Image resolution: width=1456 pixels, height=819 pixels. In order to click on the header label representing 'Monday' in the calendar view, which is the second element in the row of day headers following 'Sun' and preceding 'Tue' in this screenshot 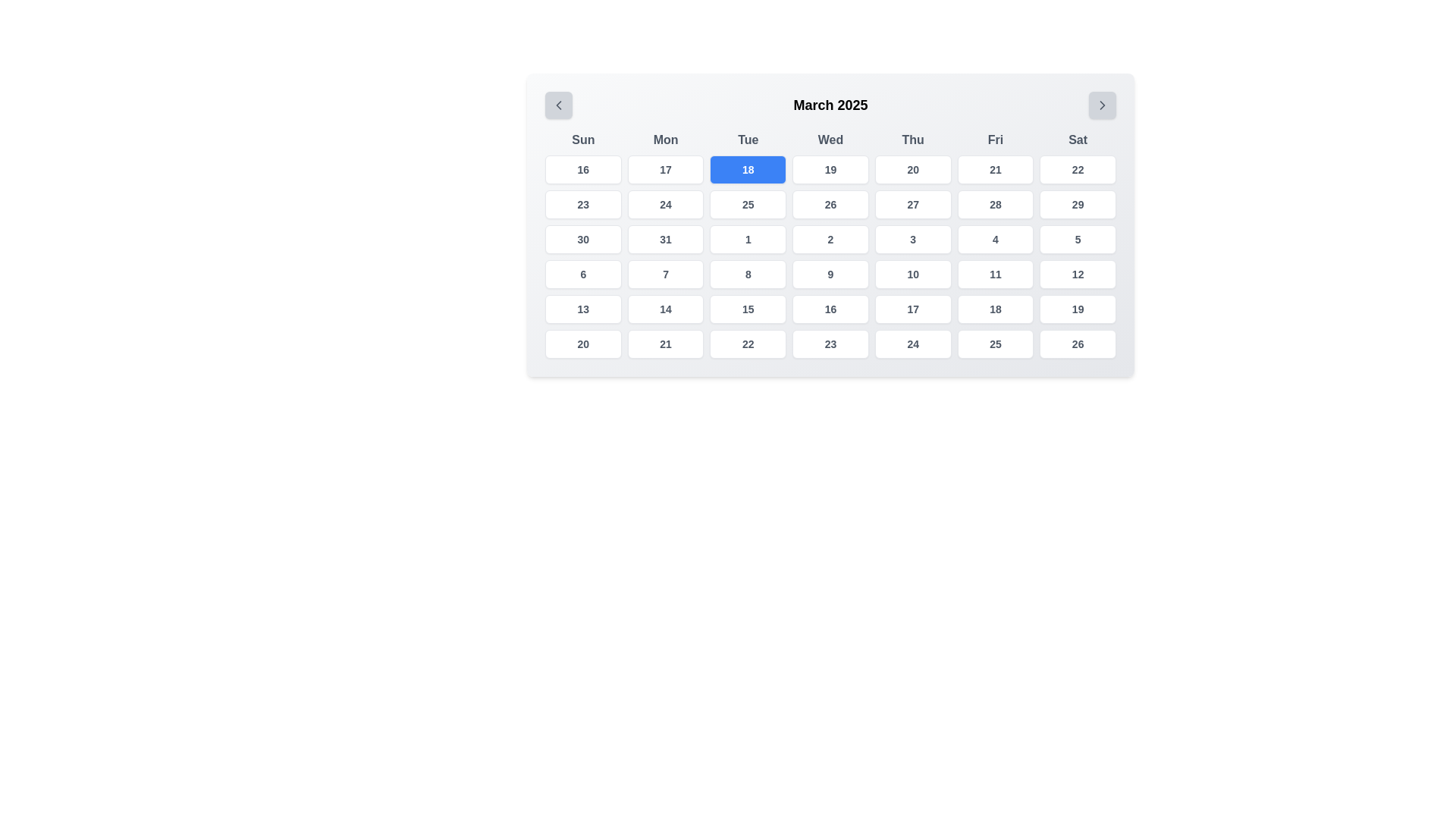, I will do `click(666, 140)`.